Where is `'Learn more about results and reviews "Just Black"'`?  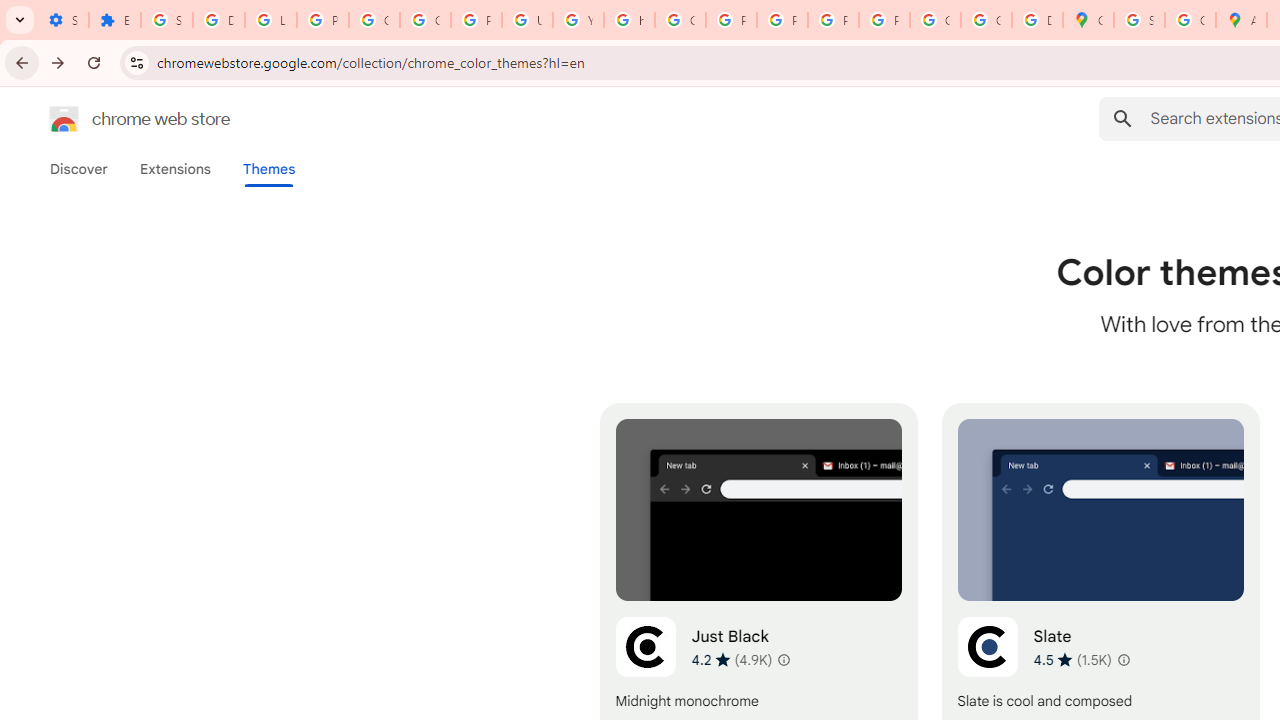
'Learn more about results and reviews "Just Black"' is located at coordinates (783, 659).